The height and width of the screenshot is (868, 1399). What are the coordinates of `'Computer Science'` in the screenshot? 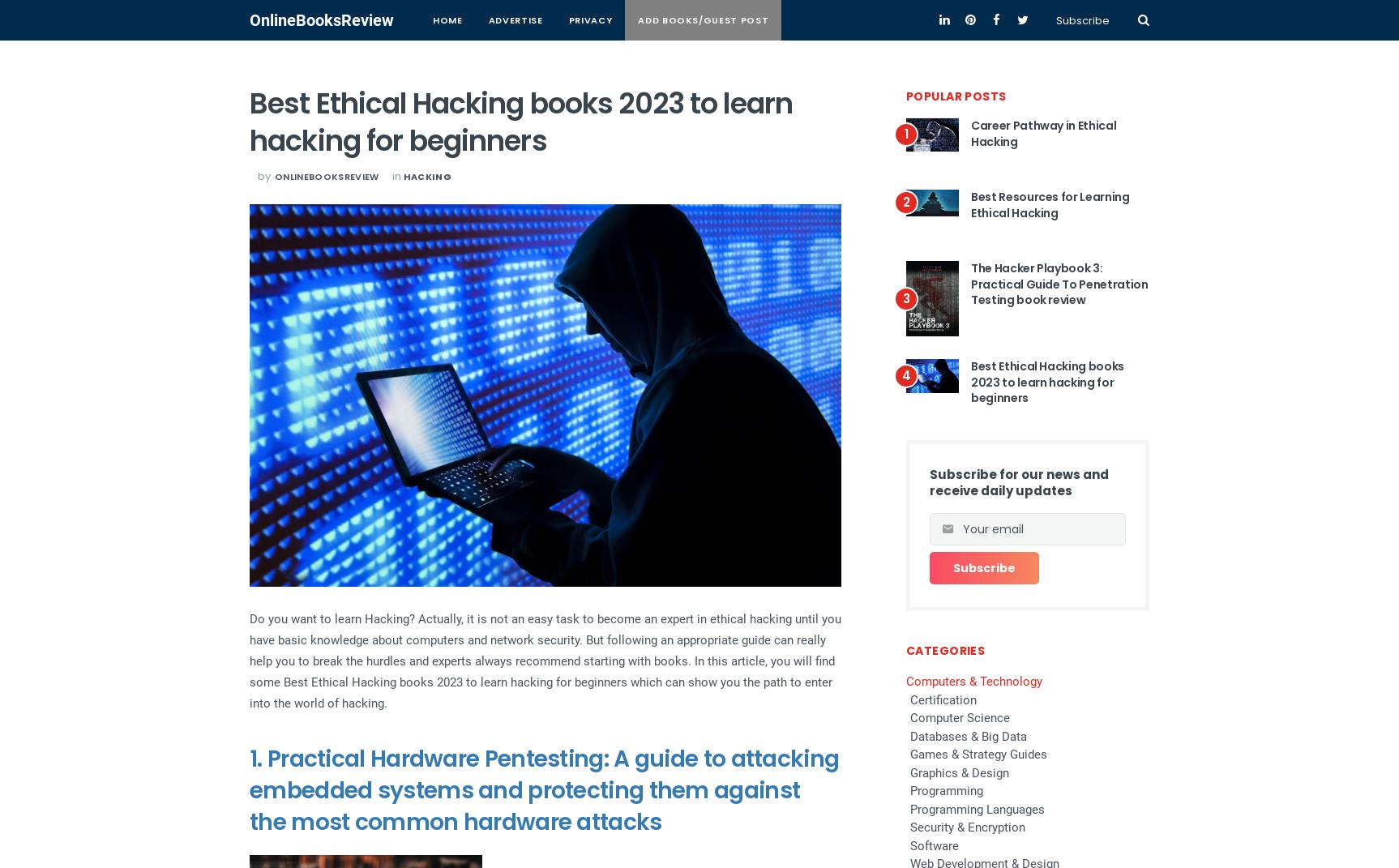 It's located at (959, 718).